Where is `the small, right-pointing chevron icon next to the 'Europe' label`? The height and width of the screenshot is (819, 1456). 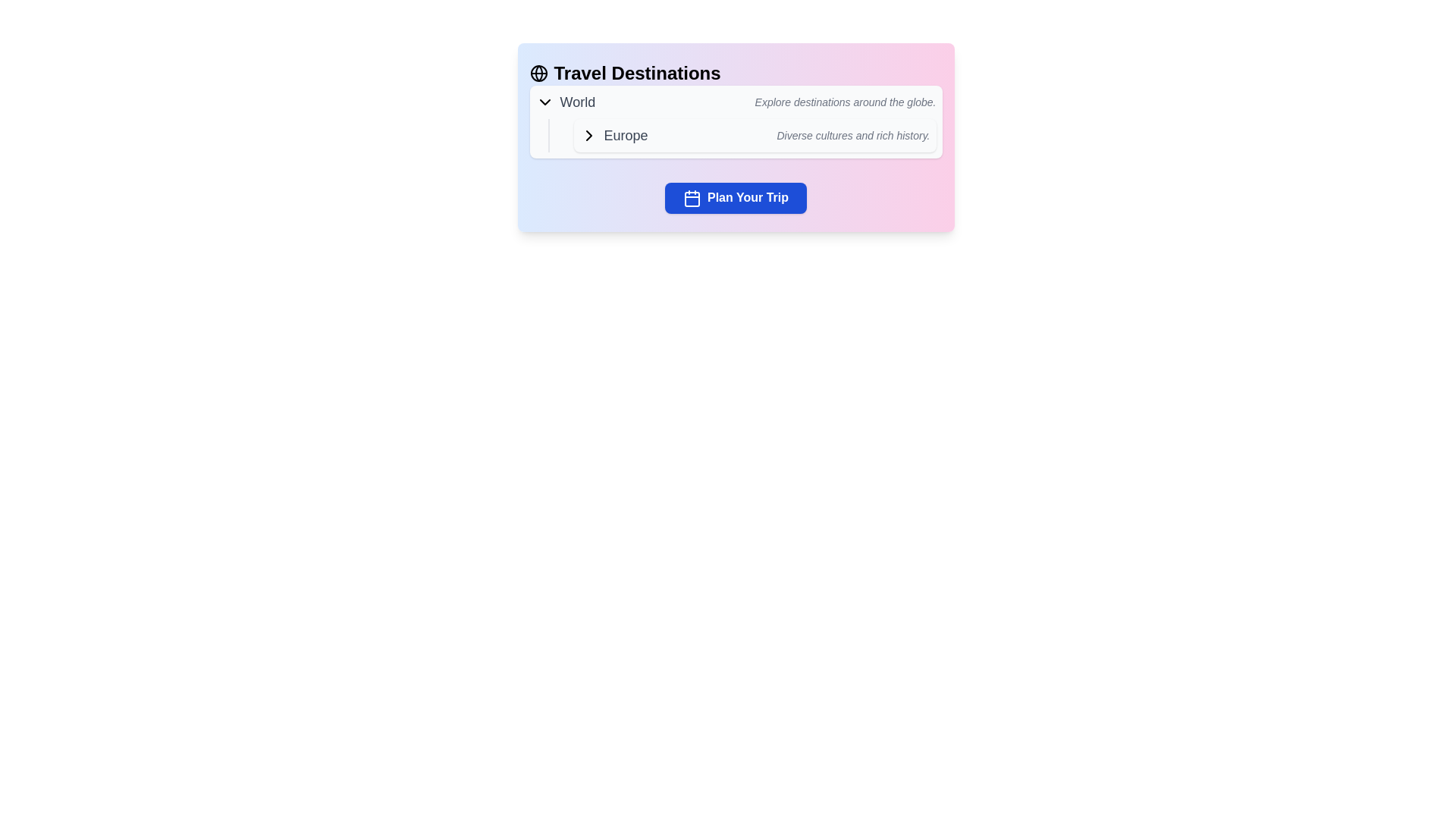
the small, right-pointing chevron icon next to the 'Europe' label is located at coordinates (588, 134).